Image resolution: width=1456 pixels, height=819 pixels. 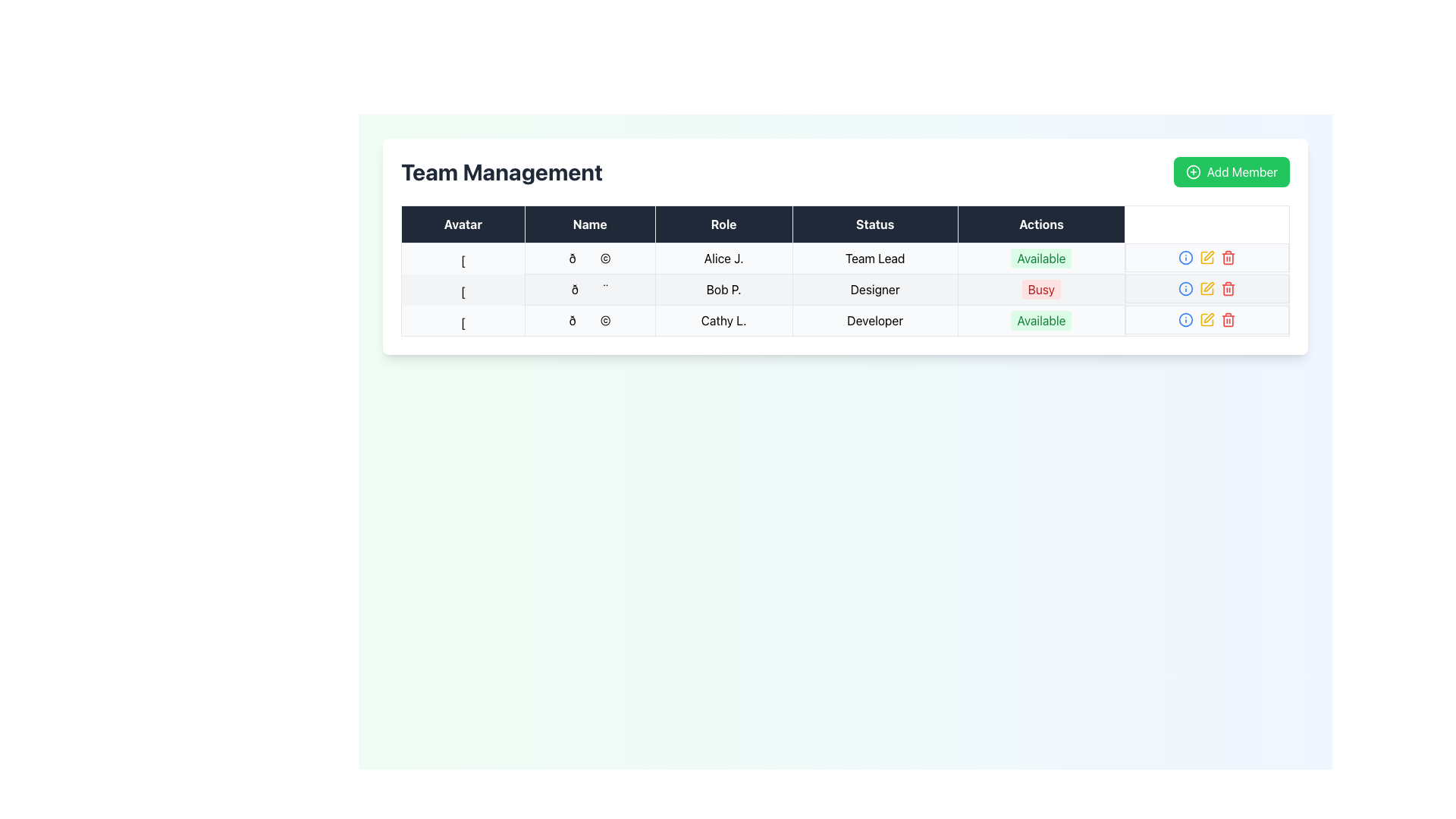 What do you see at coordinates (1040, 257) in the screenshot?
I see `the Text Label indicating the availability status of team member 'Alice J.' in the 'Actions' column of the first row of the team members table` at bounding box center [1040, 257].